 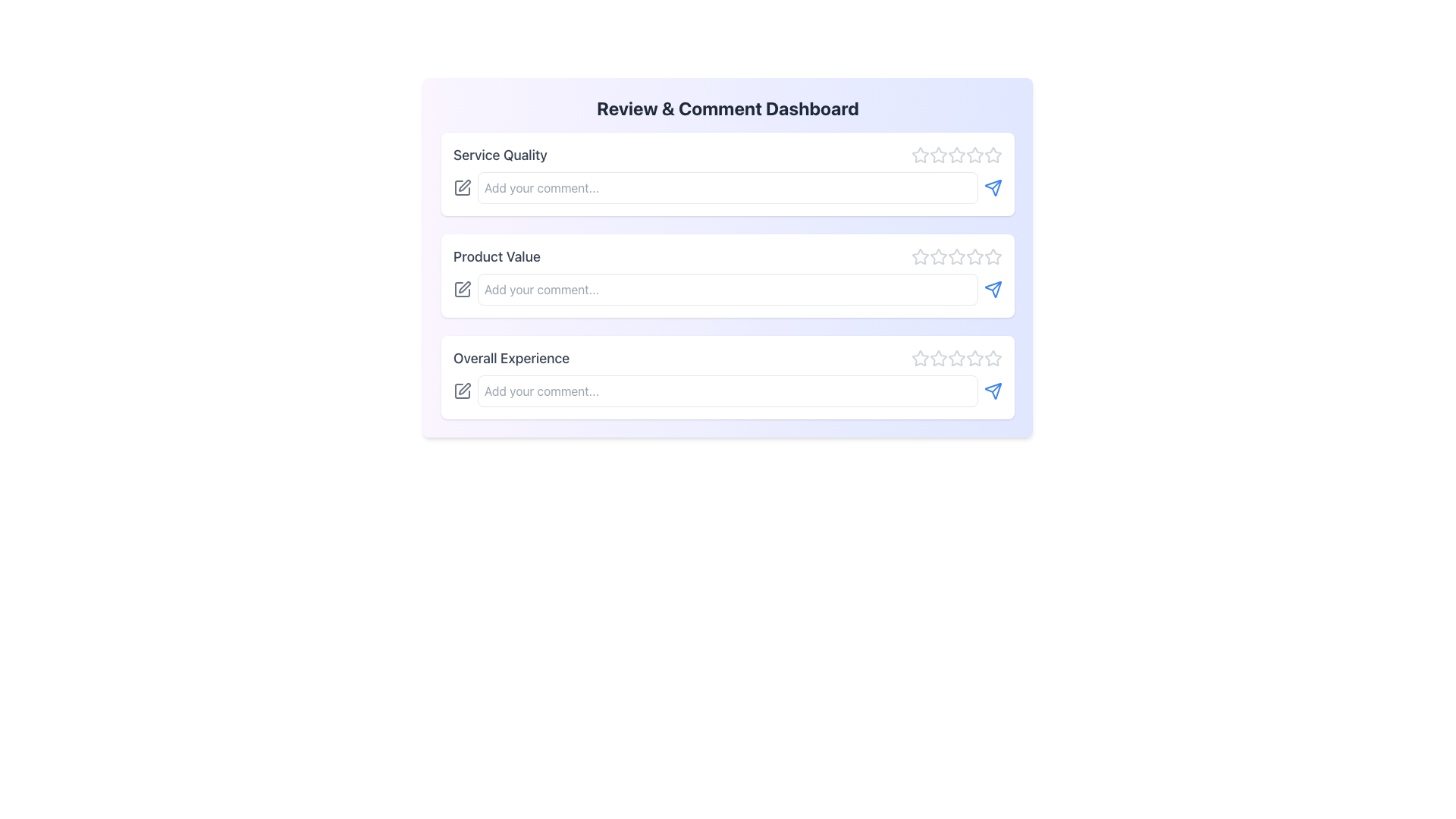 What do you see at coordinates (975, 358) in the screenshot?
I see `the fourth star button in the rating system for 'Overall Experience' to select the fourth rating level` at bounding box center [975, 358].